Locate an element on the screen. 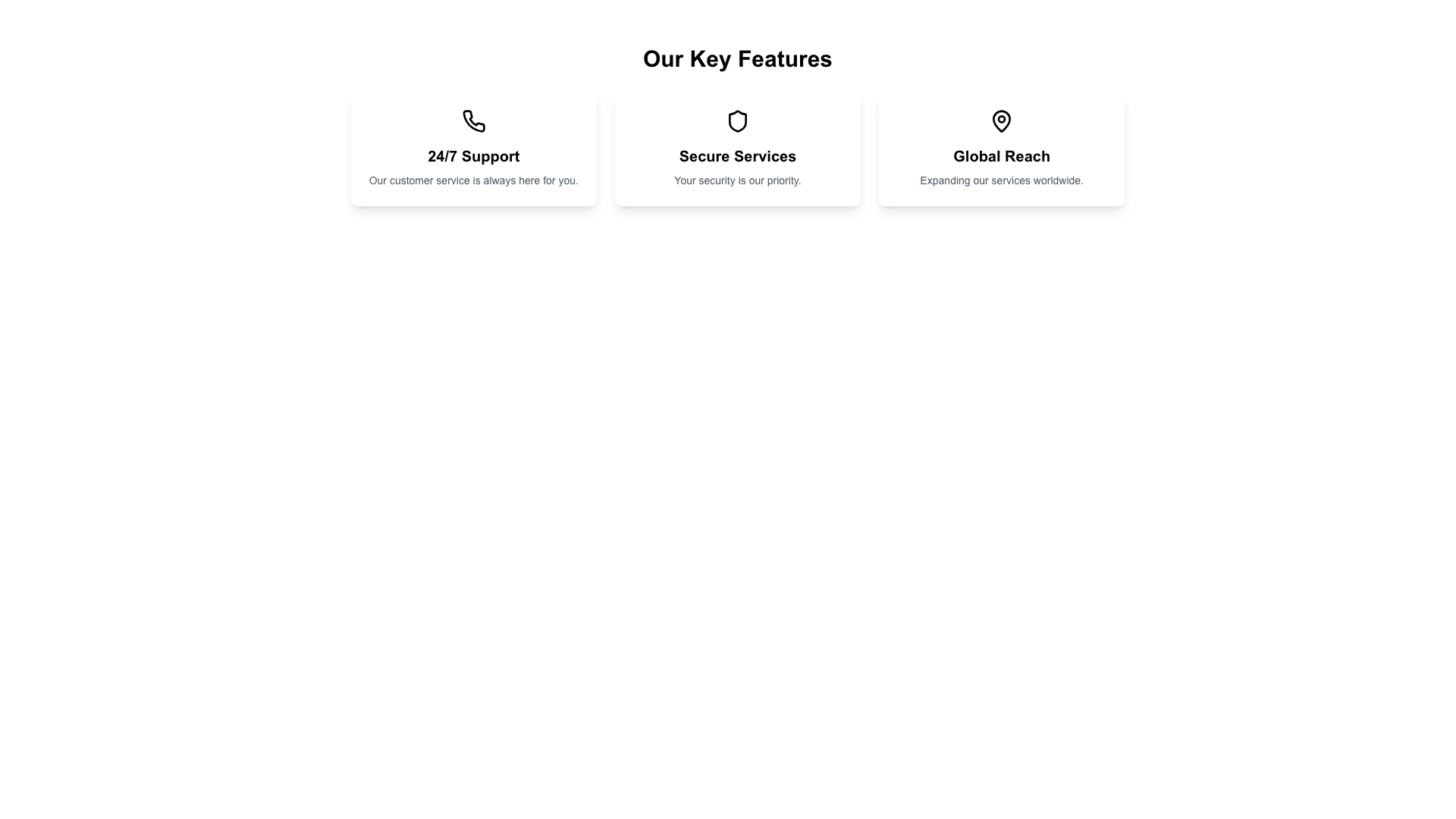  the 'Global Reach' icon located at the top-center of the card, which visually represents a location or global reach concept is located at coordinates (1002, 120).